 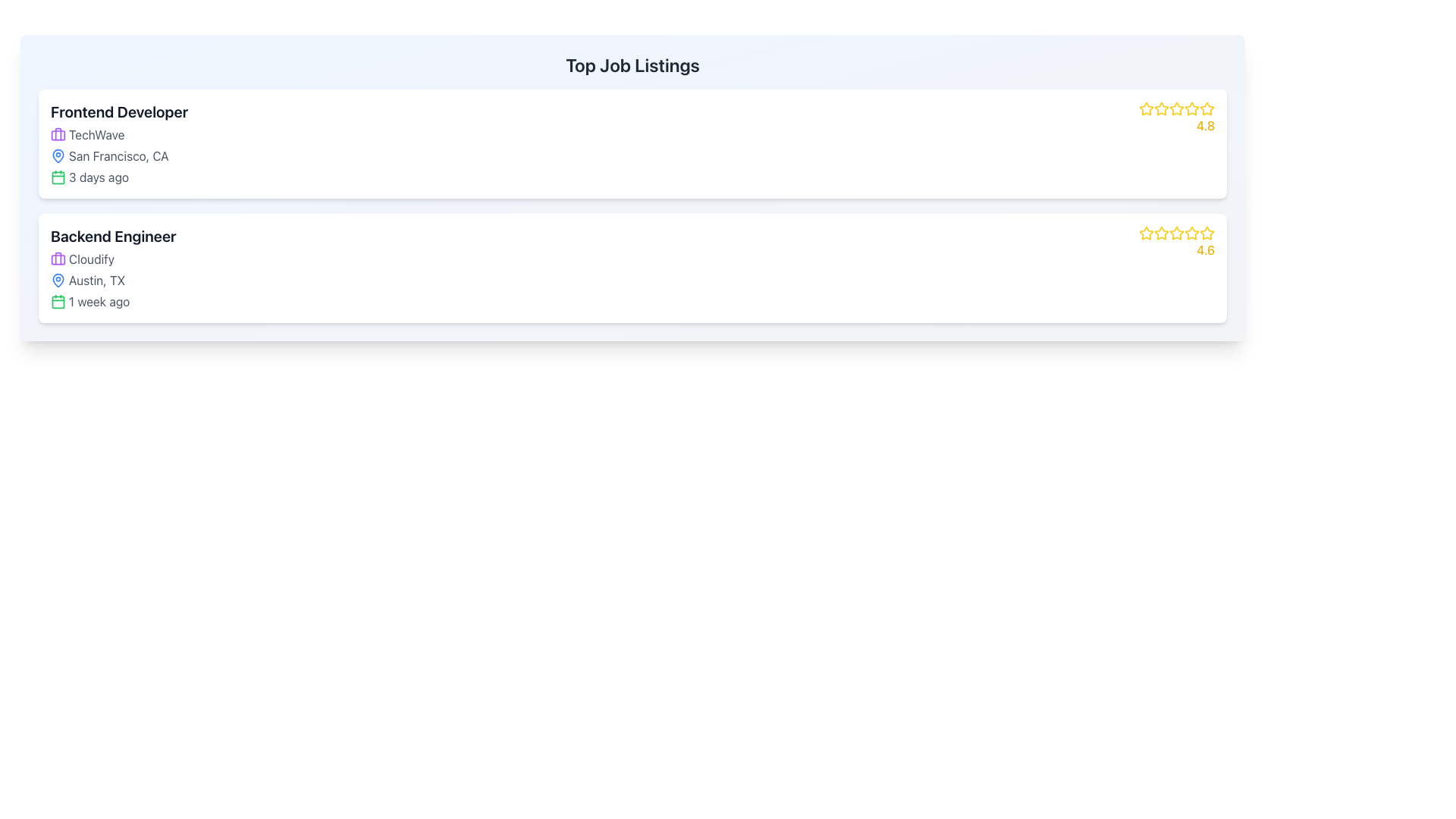 I want to click on the static text element that serves as the title of the job posting, so click(x=118, y=111).